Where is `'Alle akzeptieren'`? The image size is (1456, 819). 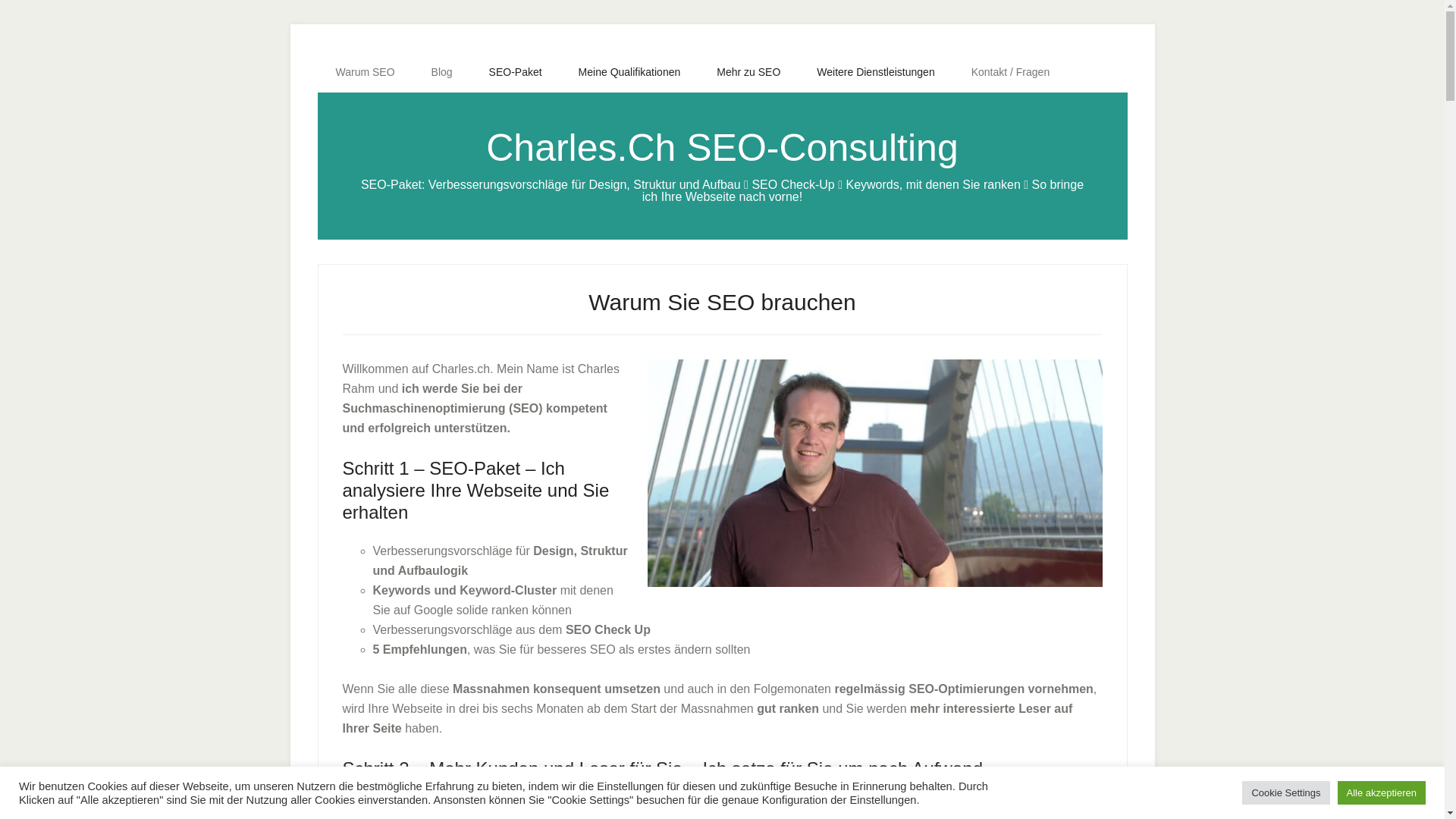
'Alle akzeptieren' is located at coordinates (1382, 792).